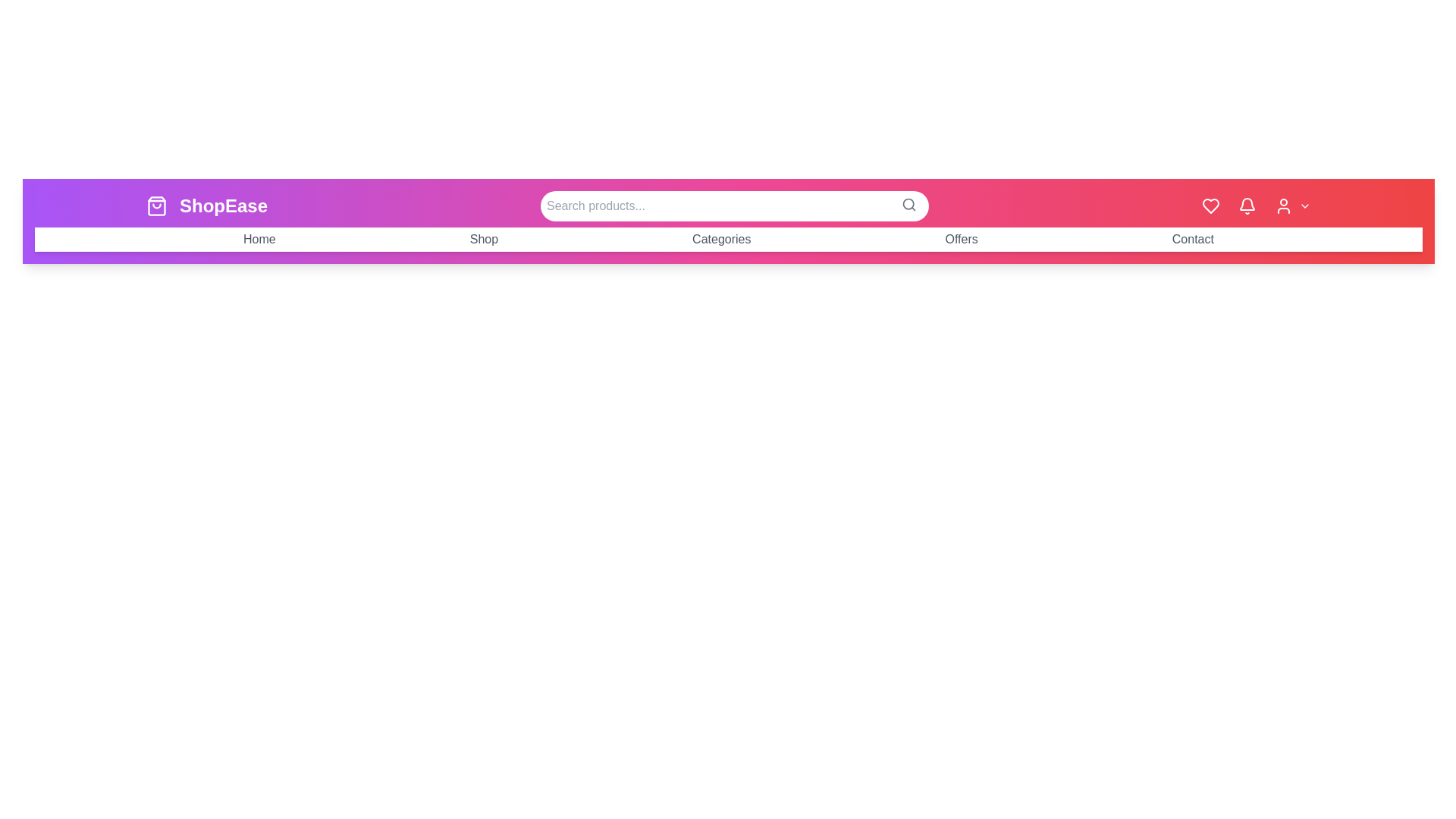 The width and height of the screenshot is (1456, 819). Describe the element at coordinates (1247, 206) in the screenshot. I see `the bell icon in the app bar` at that location.